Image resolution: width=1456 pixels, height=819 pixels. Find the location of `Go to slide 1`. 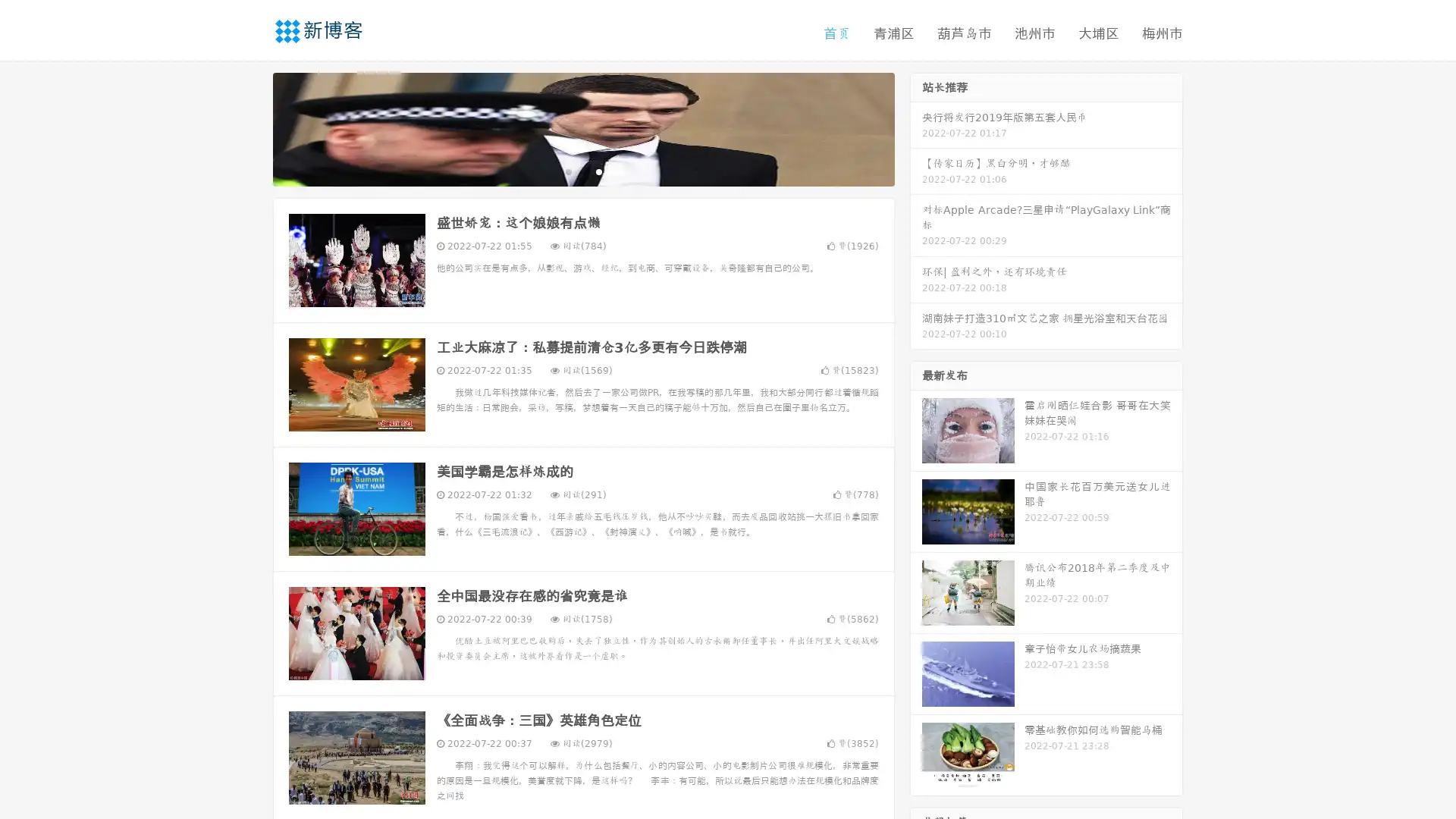

Go to slide 1 is located at coordinates (567, 171).